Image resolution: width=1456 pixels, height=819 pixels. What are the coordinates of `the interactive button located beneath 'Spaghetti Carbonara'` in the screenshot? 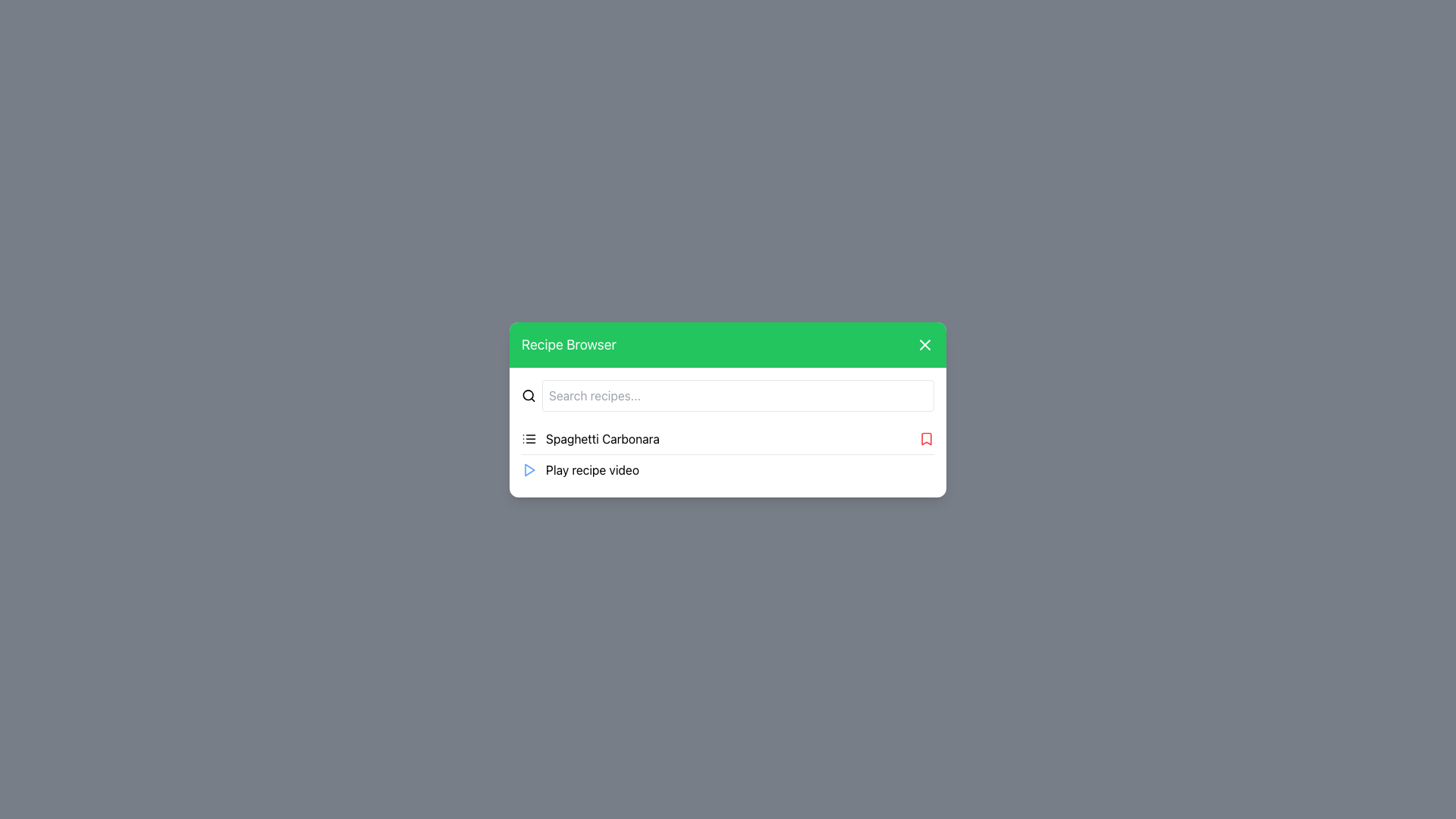 It's located at (728, 469).